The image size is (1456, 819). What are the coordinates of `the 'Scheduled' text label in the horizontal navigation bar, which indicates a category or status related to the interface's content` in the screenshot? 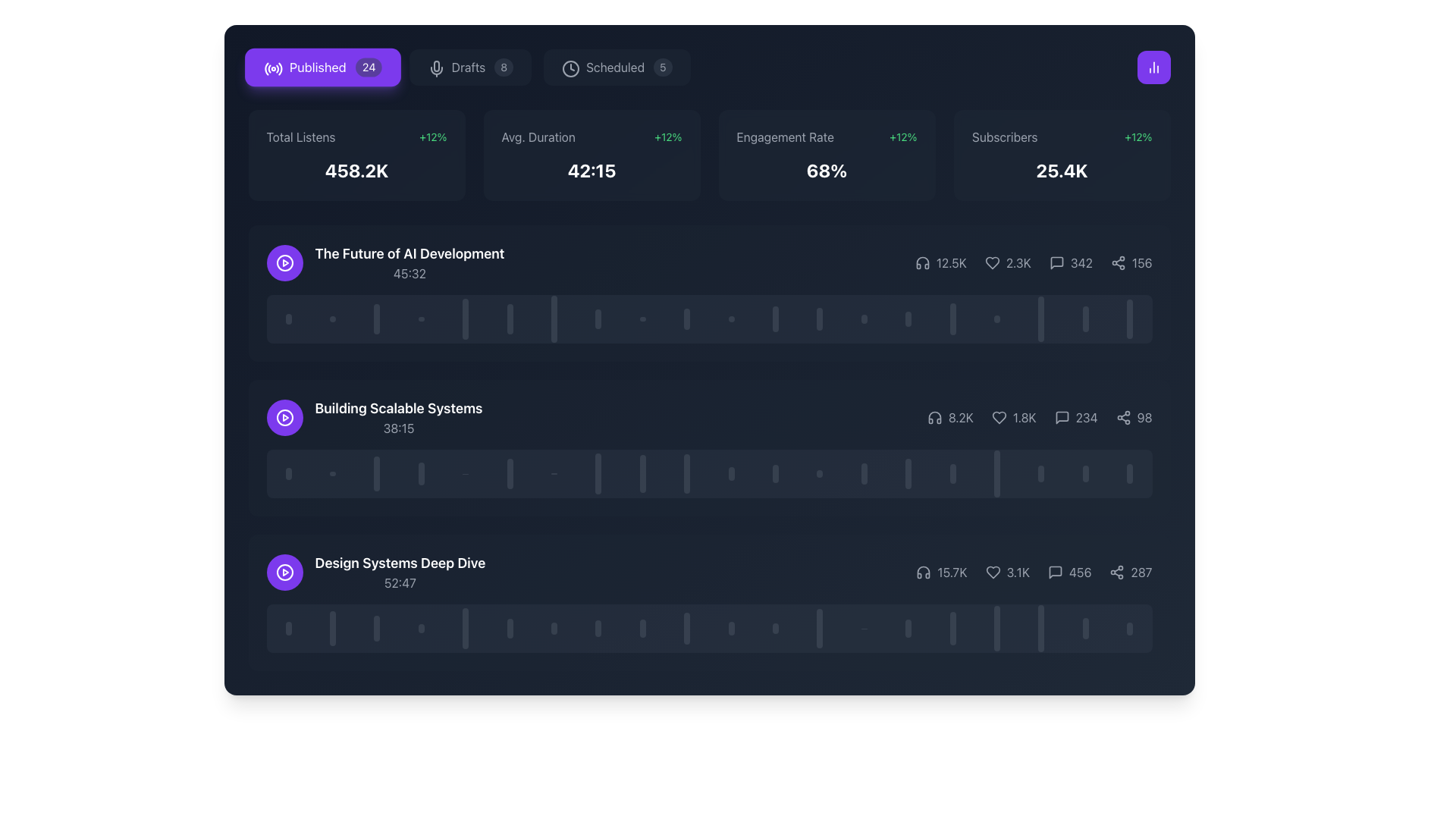 It's located at (615, 66).